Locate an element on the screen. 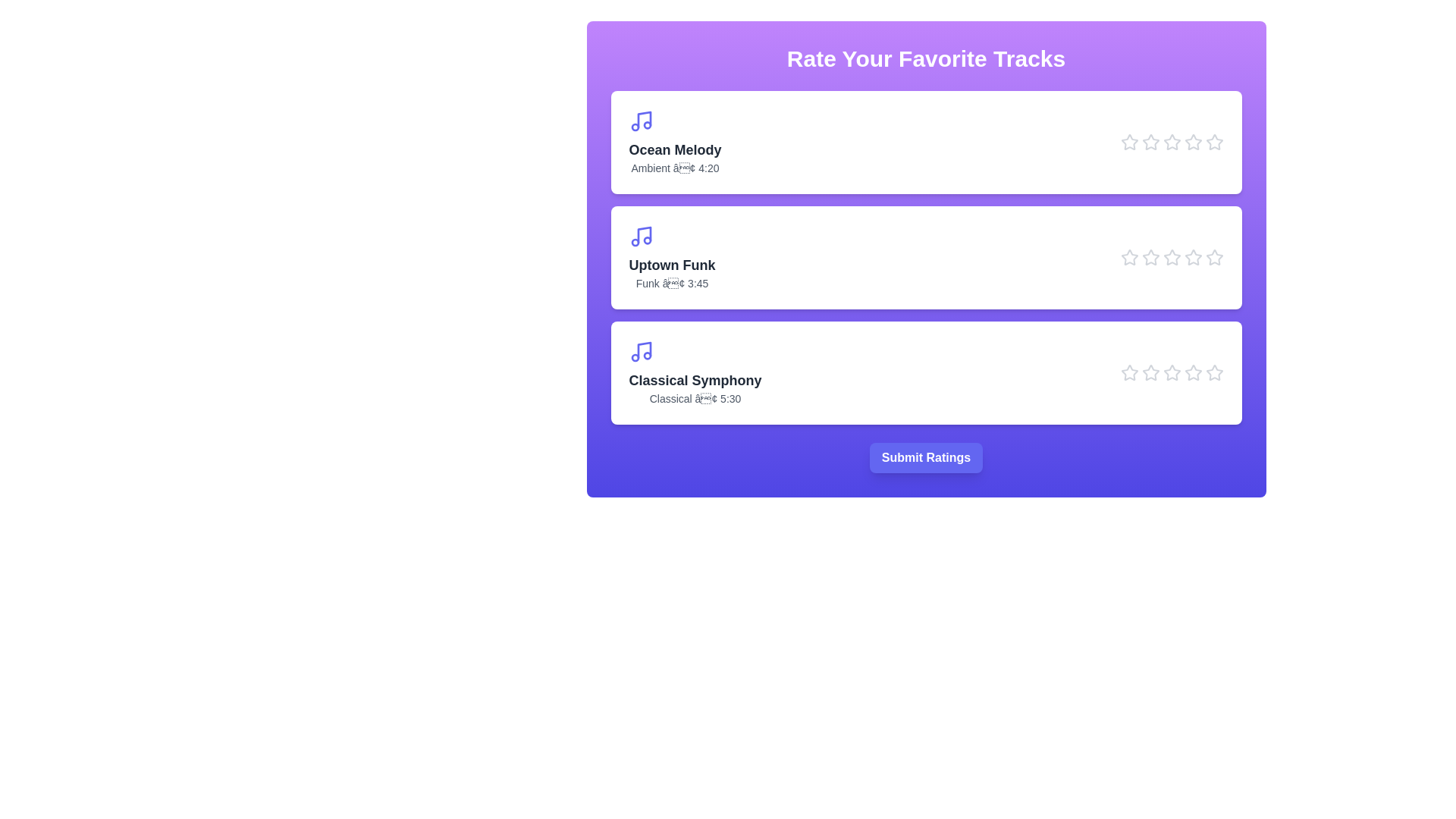  the star icon corresponding to Ocean Melody at 5 stars to preview the rating is located at coordinates (1214, 143).